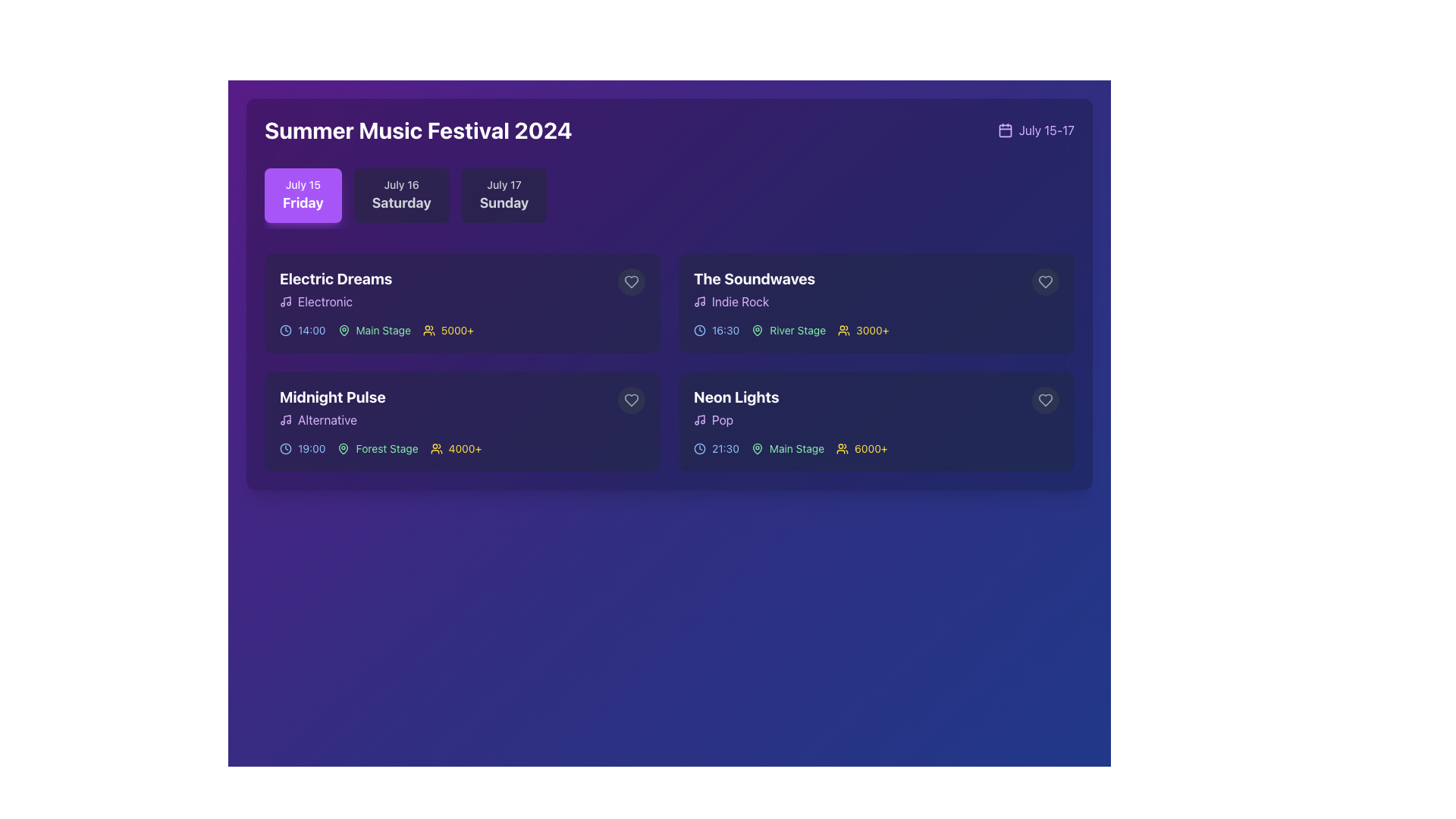  What do you see at coordinates (872, 329) in the screenshot?
I see `the text label displaying '3000+' in bold yellow color, located in the right section of the second row of blocks` at bounding box center [872, 329].